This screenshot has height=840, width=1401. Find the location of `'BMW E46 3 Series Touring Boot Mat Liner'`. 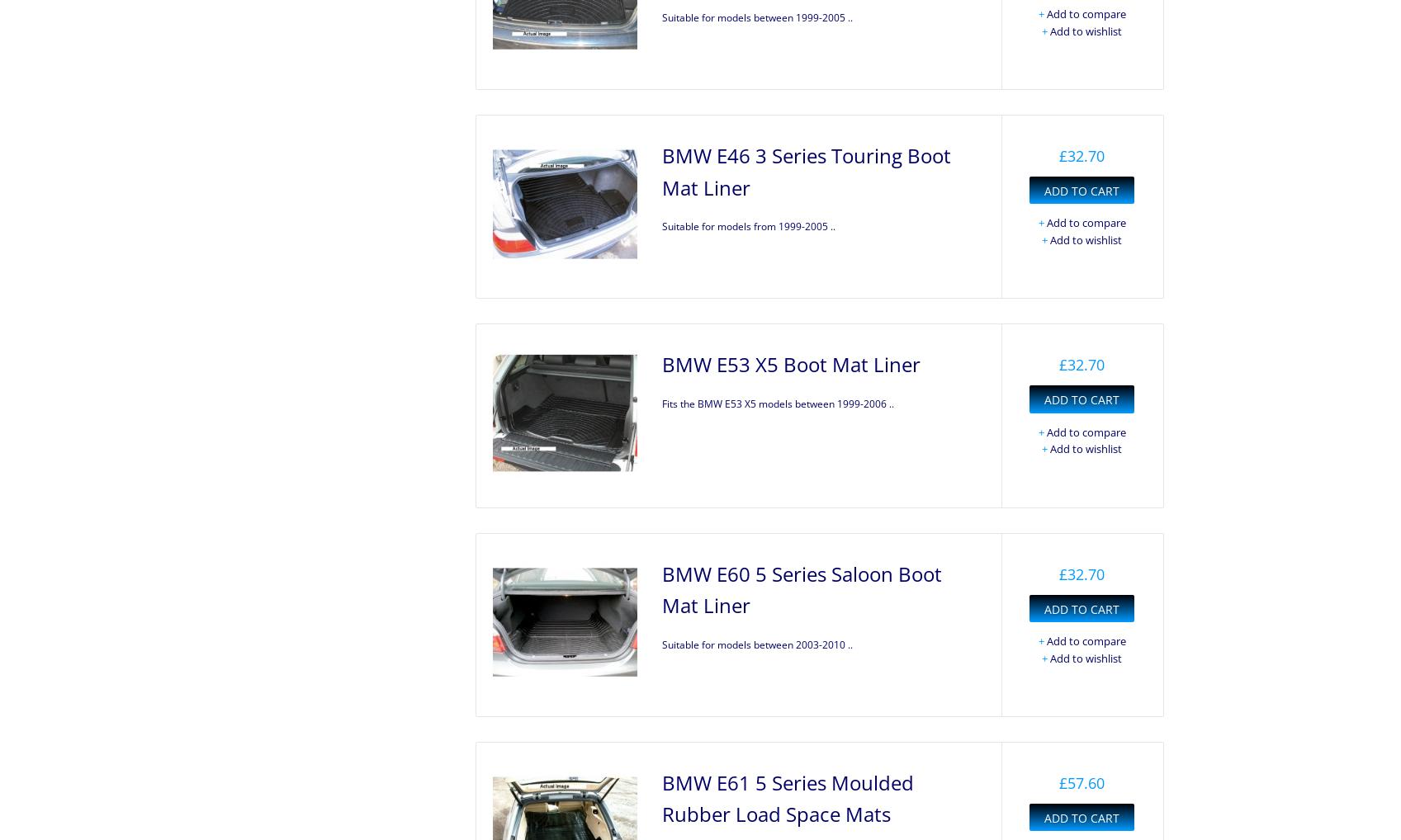

'BMW E46 3 Series Touring Boot Mat Liner' is located at coordinates (806, 170).